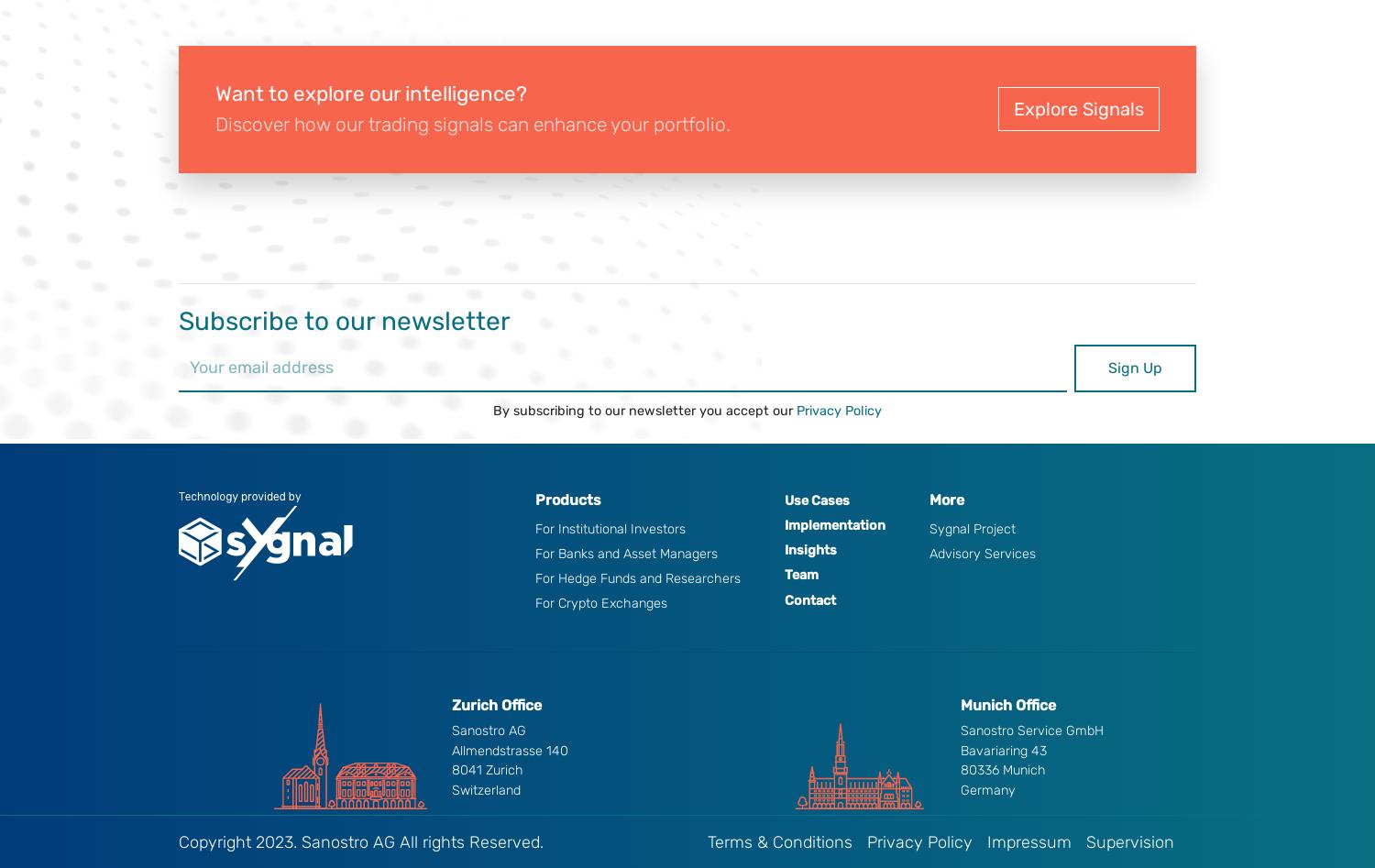 The image size is (1375, 868). What do you see at coordinates (487, 770) in the screenshot?
I see `'8041 Zurich'` at bounding box center [487, 770].